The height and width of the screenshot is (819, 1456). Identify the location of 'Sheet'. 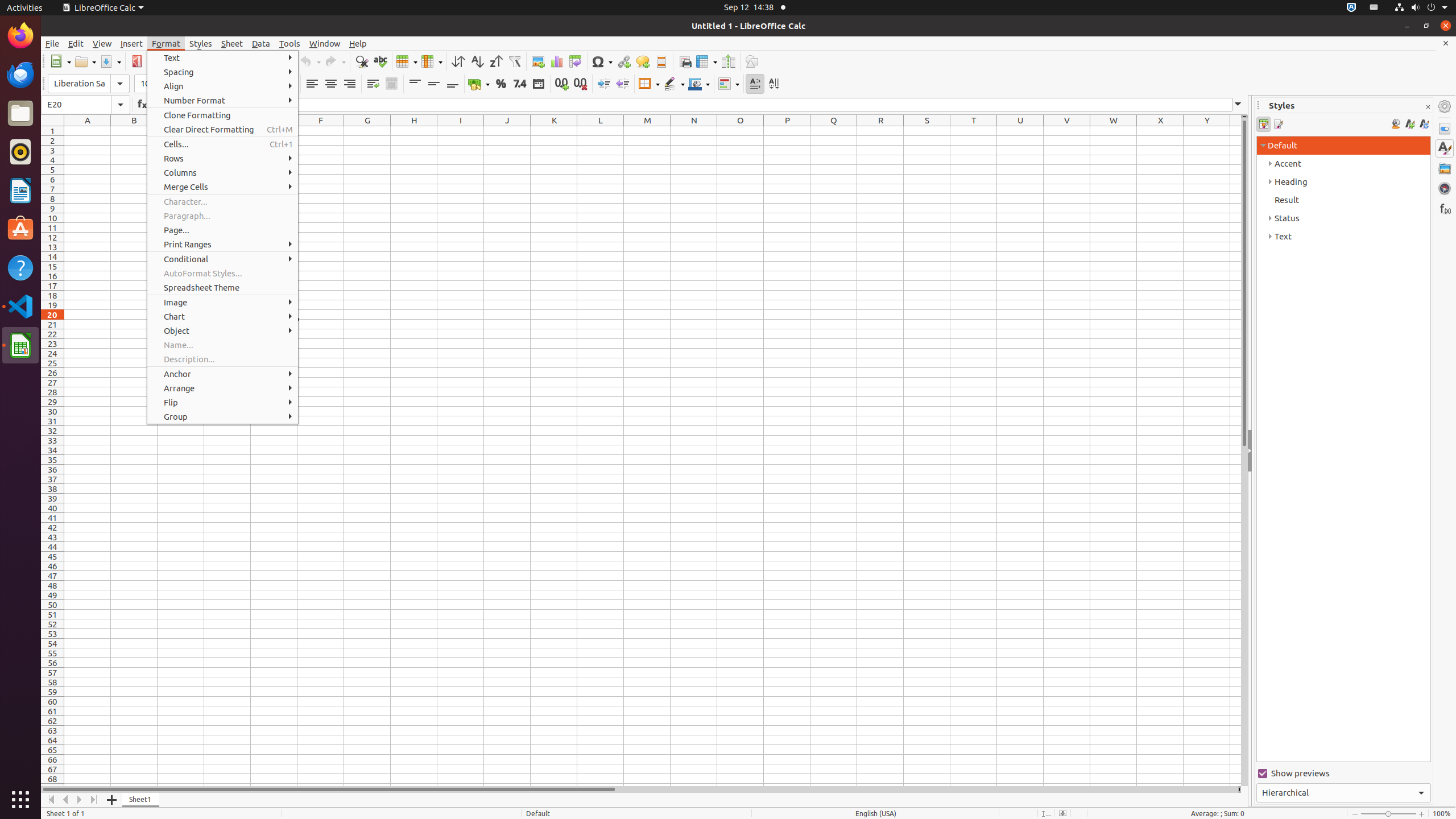
(231, 43).